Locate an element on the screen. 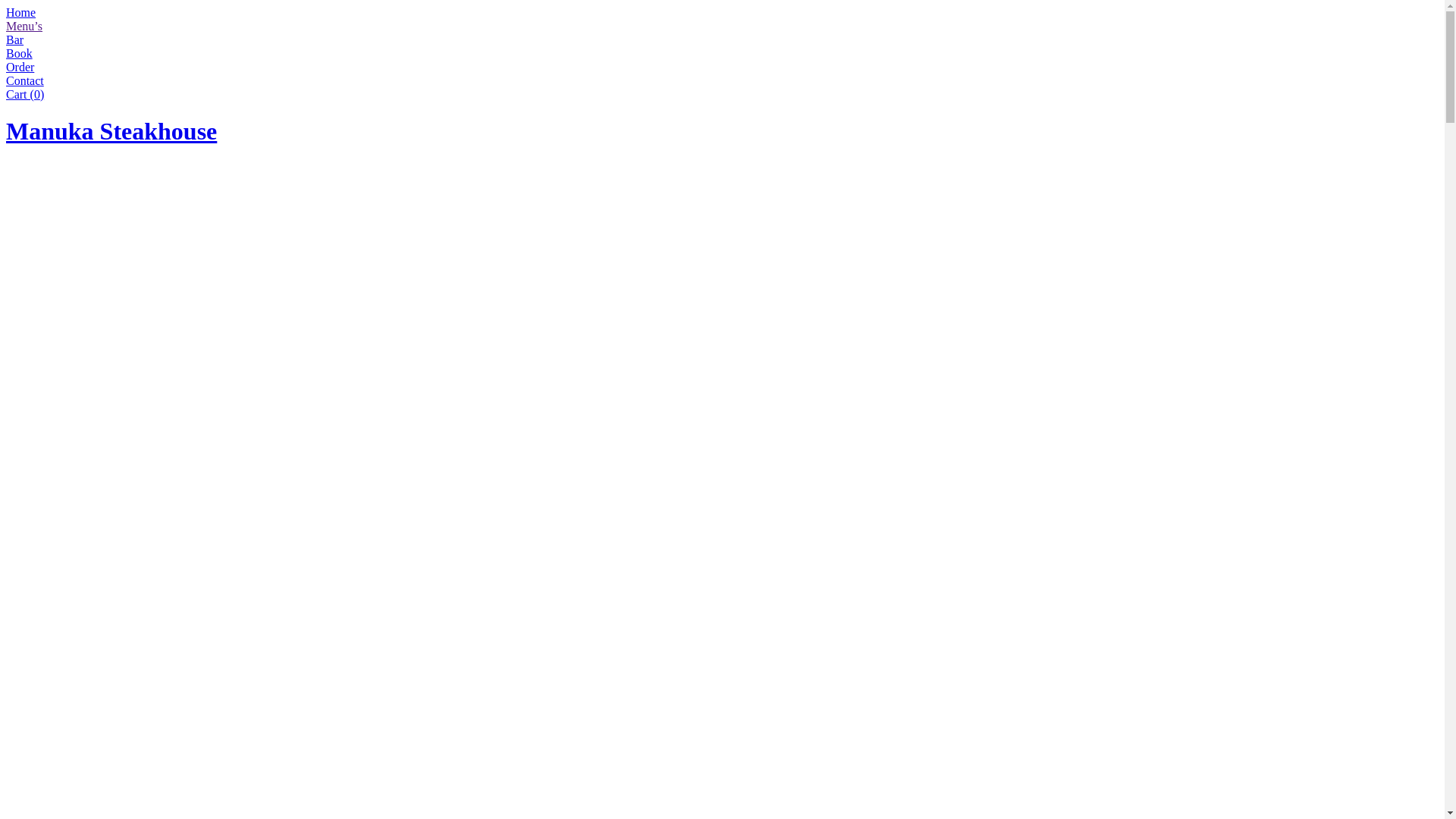 This screenshot has height=819, width=1456. 'Contact' is located at coordinates (25, 80).